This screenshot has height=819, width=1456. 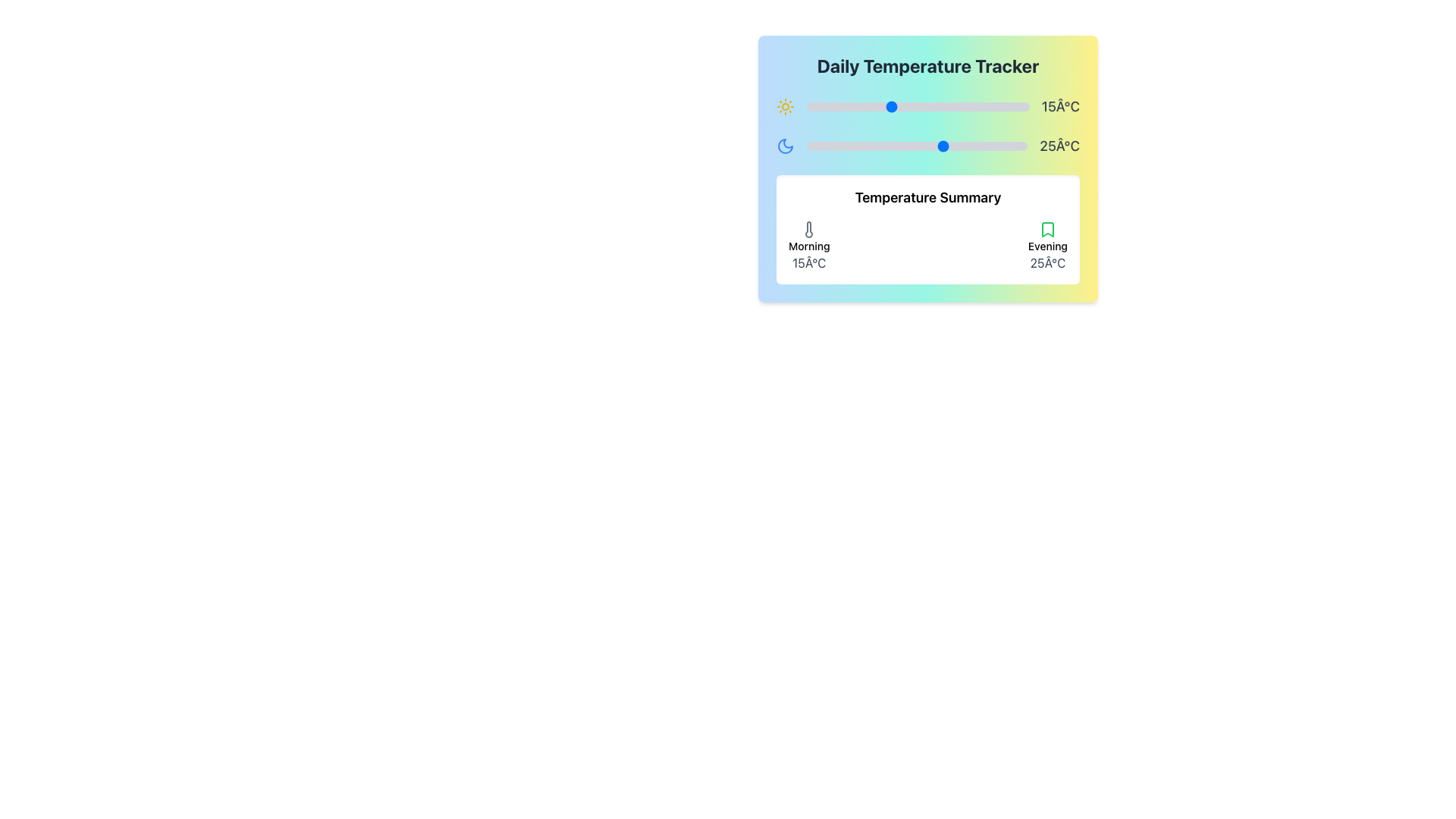 What do you see at coordinates (786, 106) in the screenshot?
I see `the sun icon, which is yellow with a circular core and rays, located adjacent to the temperature text '15°C' in the weather tracker interface` at bounding box center [786, 106].